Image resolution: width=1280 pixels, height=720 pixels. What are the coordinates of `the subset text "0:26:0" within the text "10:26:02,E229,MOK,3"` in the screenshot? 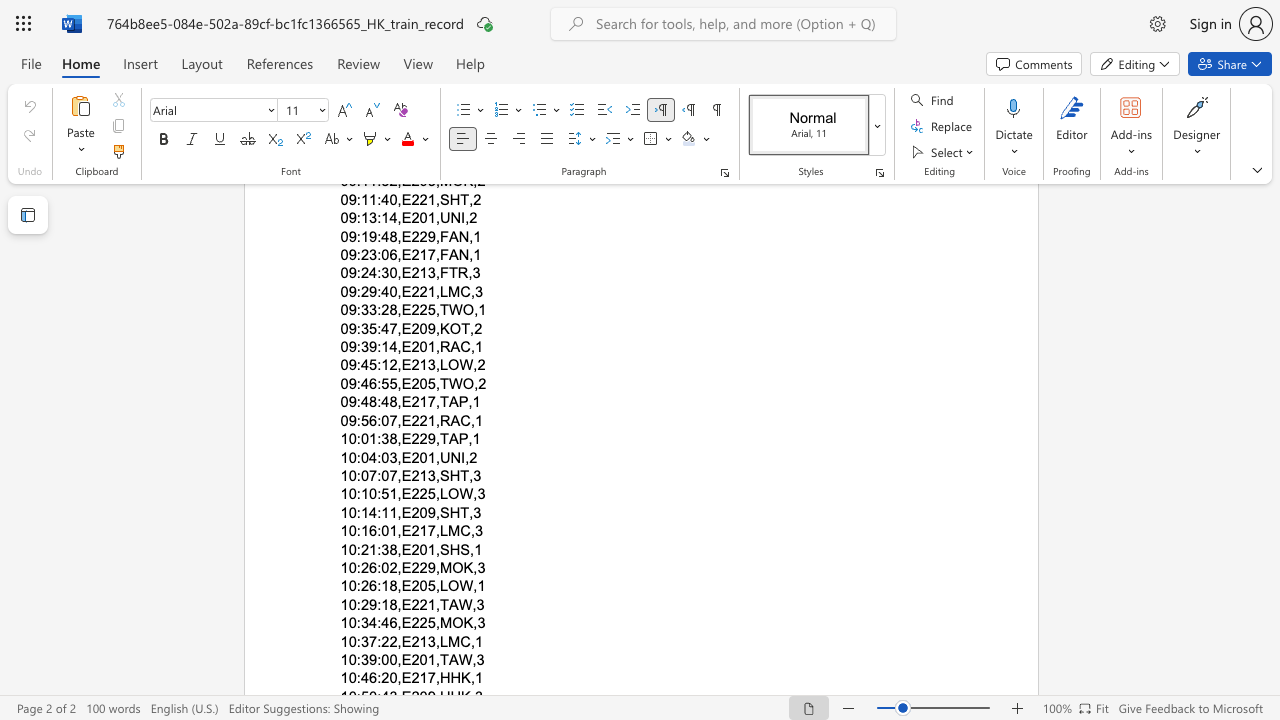 It's located at (348, 567).